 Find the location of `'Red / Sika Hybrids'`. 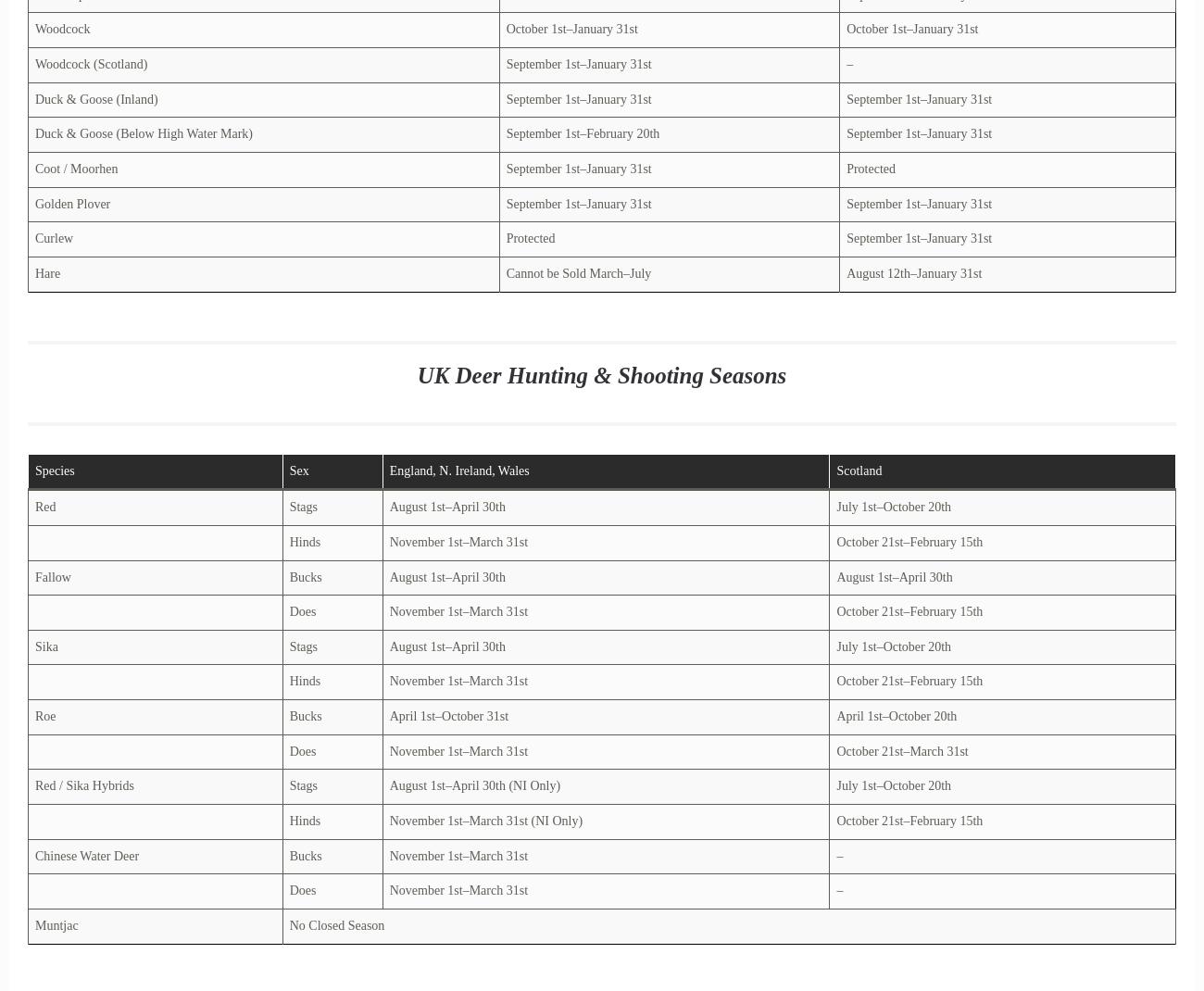

'Red / Sika Hybrids' is located at coordinates (84, 785).